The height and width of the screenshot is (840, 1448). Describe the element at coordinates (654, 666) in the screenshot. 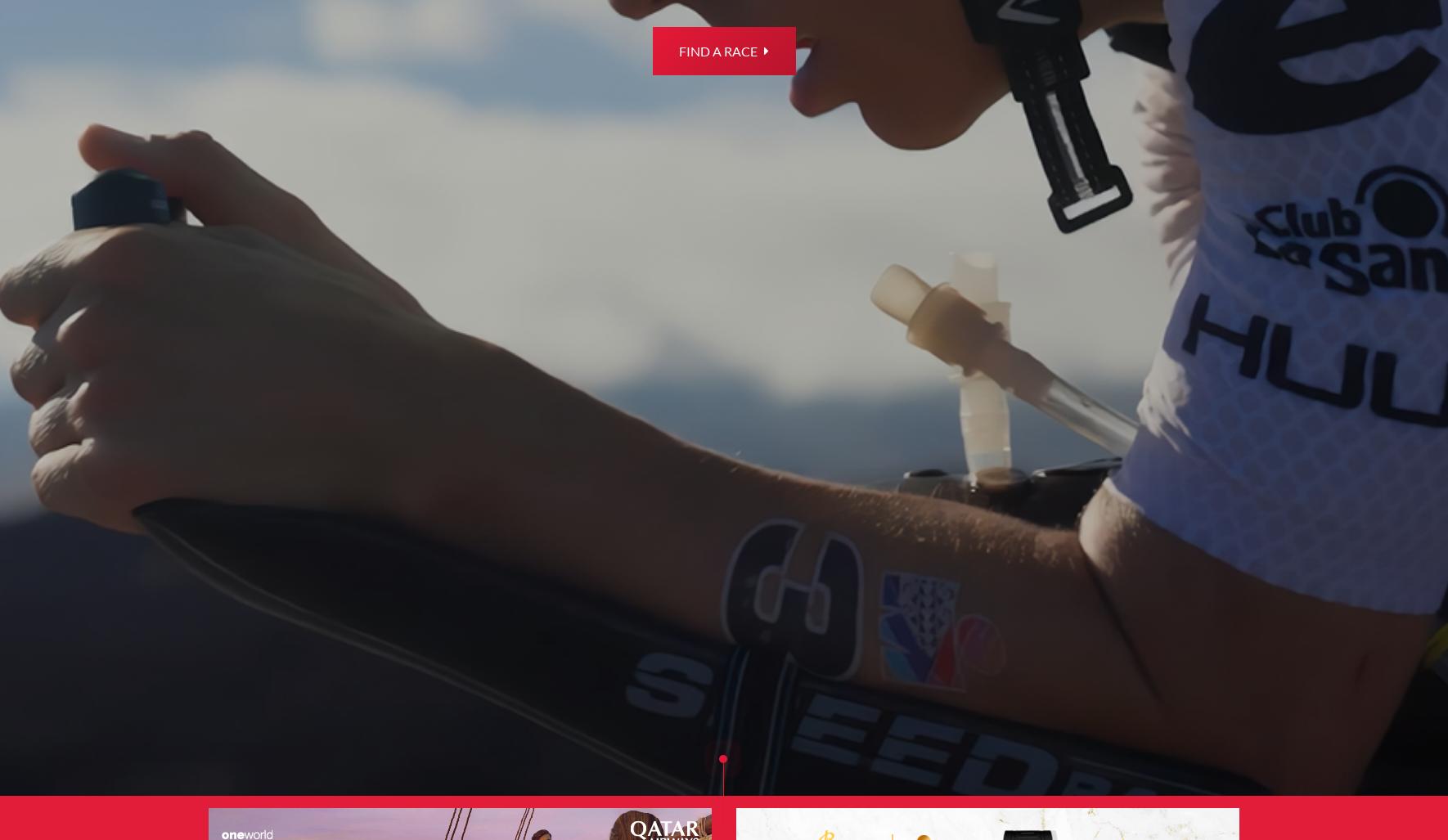

I see `'IRONMAN Life'` at that location.